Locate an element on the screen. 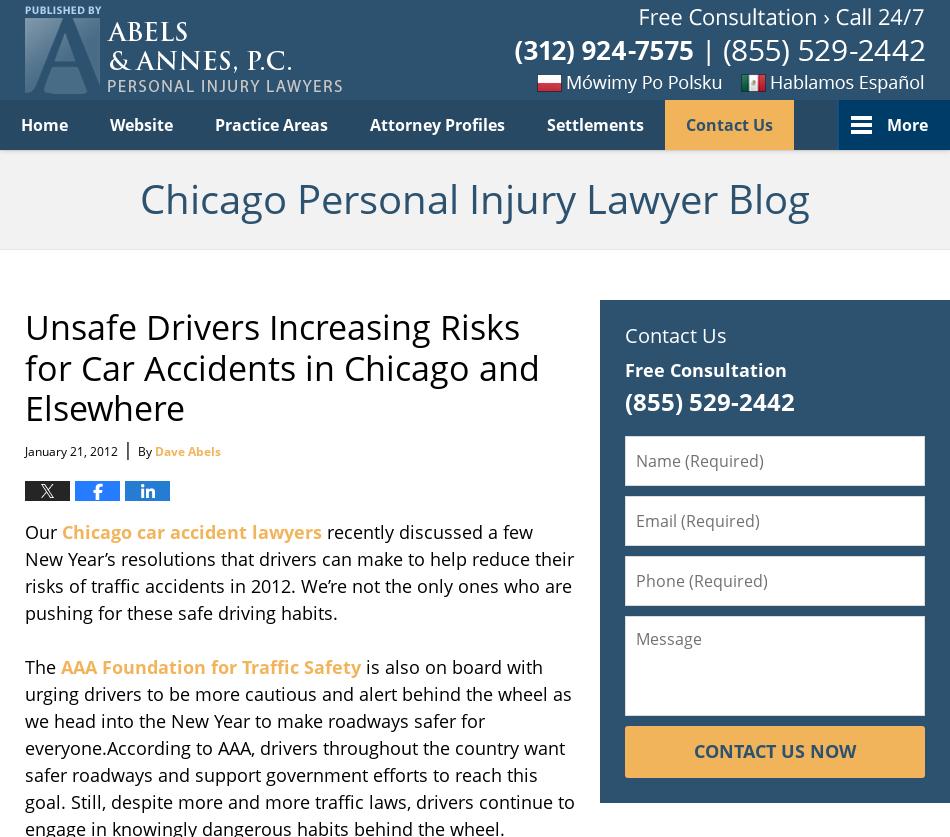 The height and width of the screenshot is (837, 950). 'The' is located at coordinates (43, 666).